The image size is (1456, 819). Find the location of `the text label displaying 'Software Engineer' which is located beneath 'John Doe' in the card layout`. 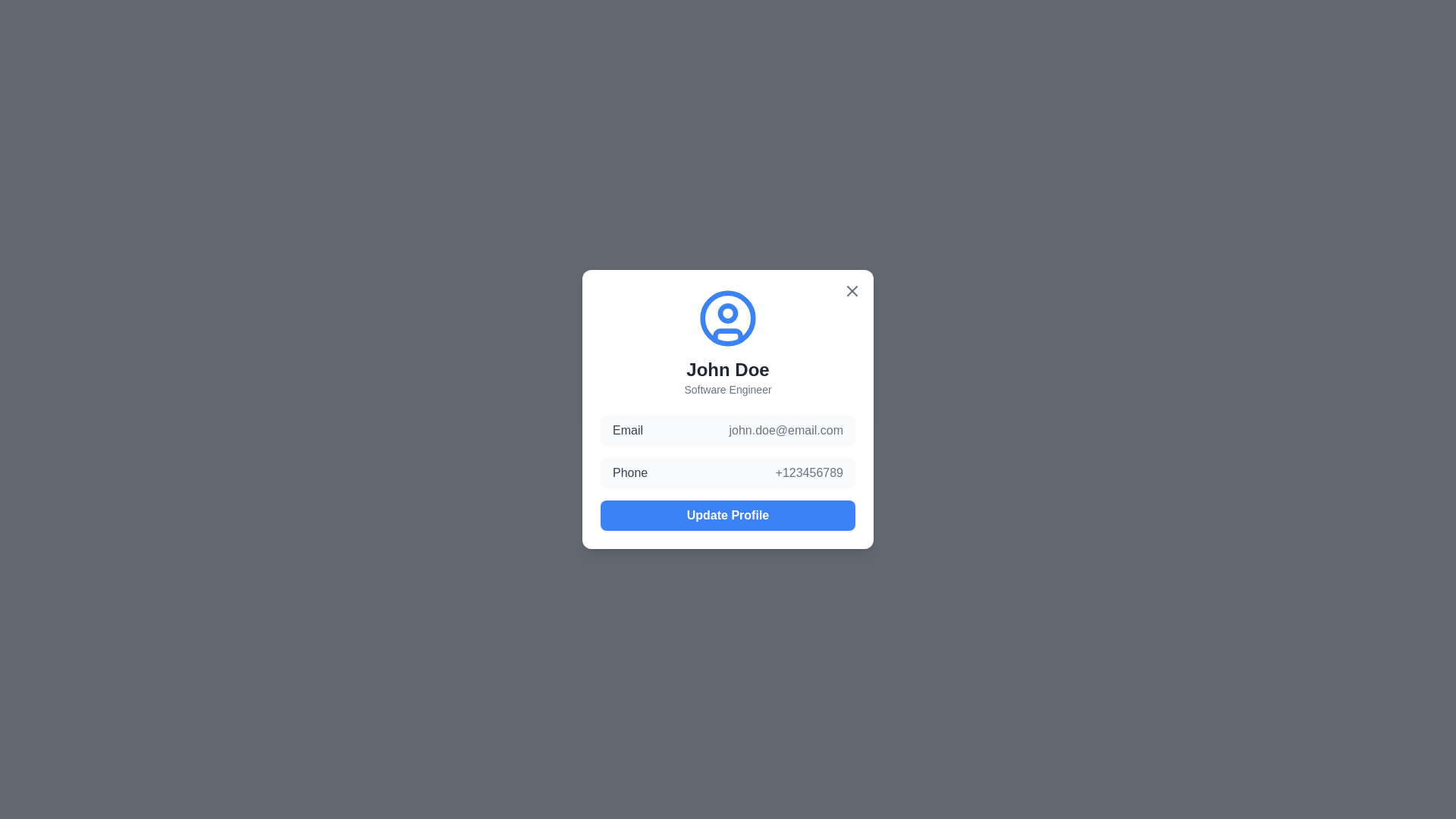

the text label displaying 'Software Engineer' which is located beneath 'John Doe' in the card layout is located at coordinates (728, 388).